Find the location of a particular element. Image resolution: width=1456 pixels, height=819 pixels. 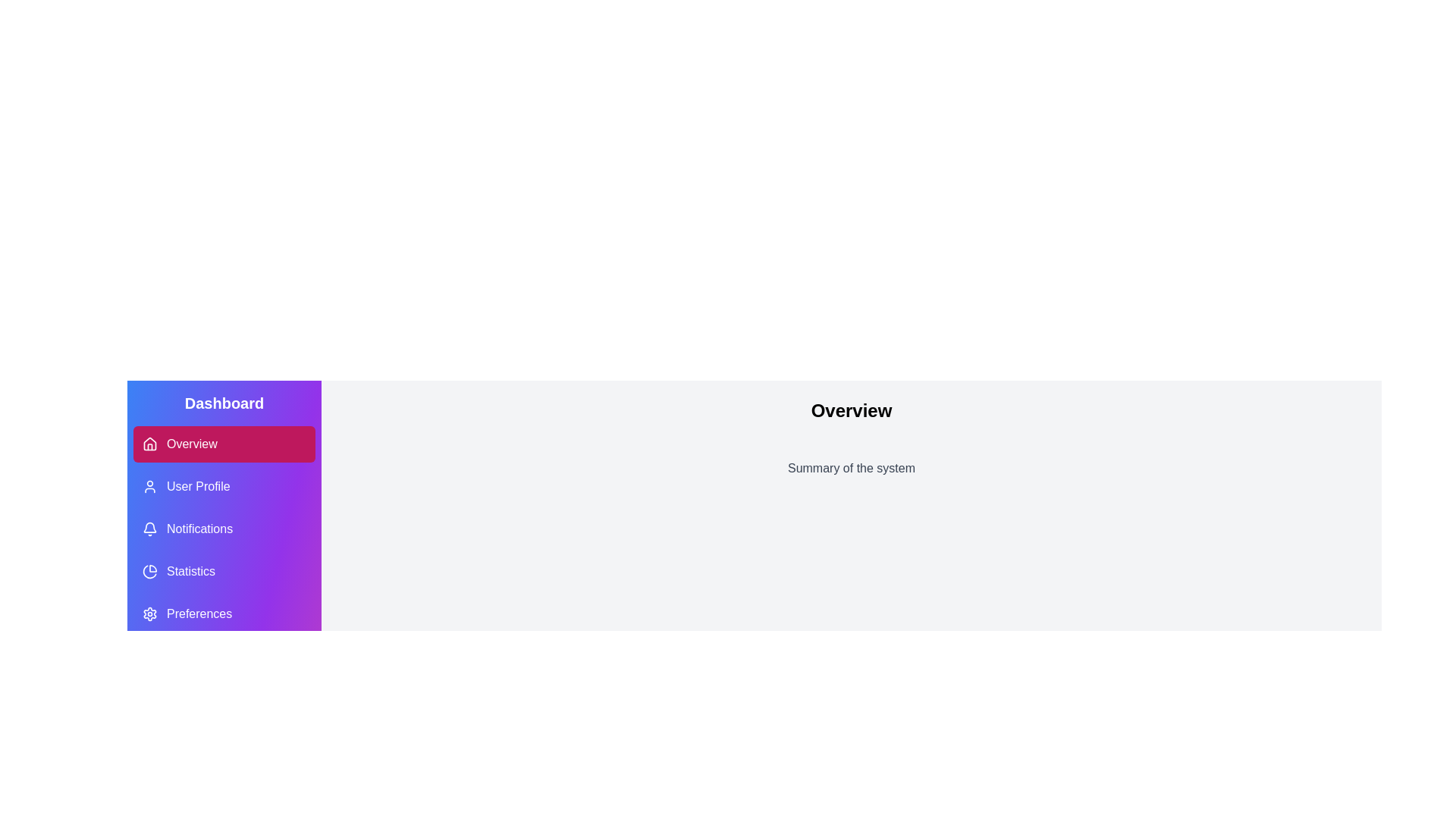

the bell icon with a purple background located next to the 'Notifications' label in the vertical navigation menu is located at coordinates (149, 529).